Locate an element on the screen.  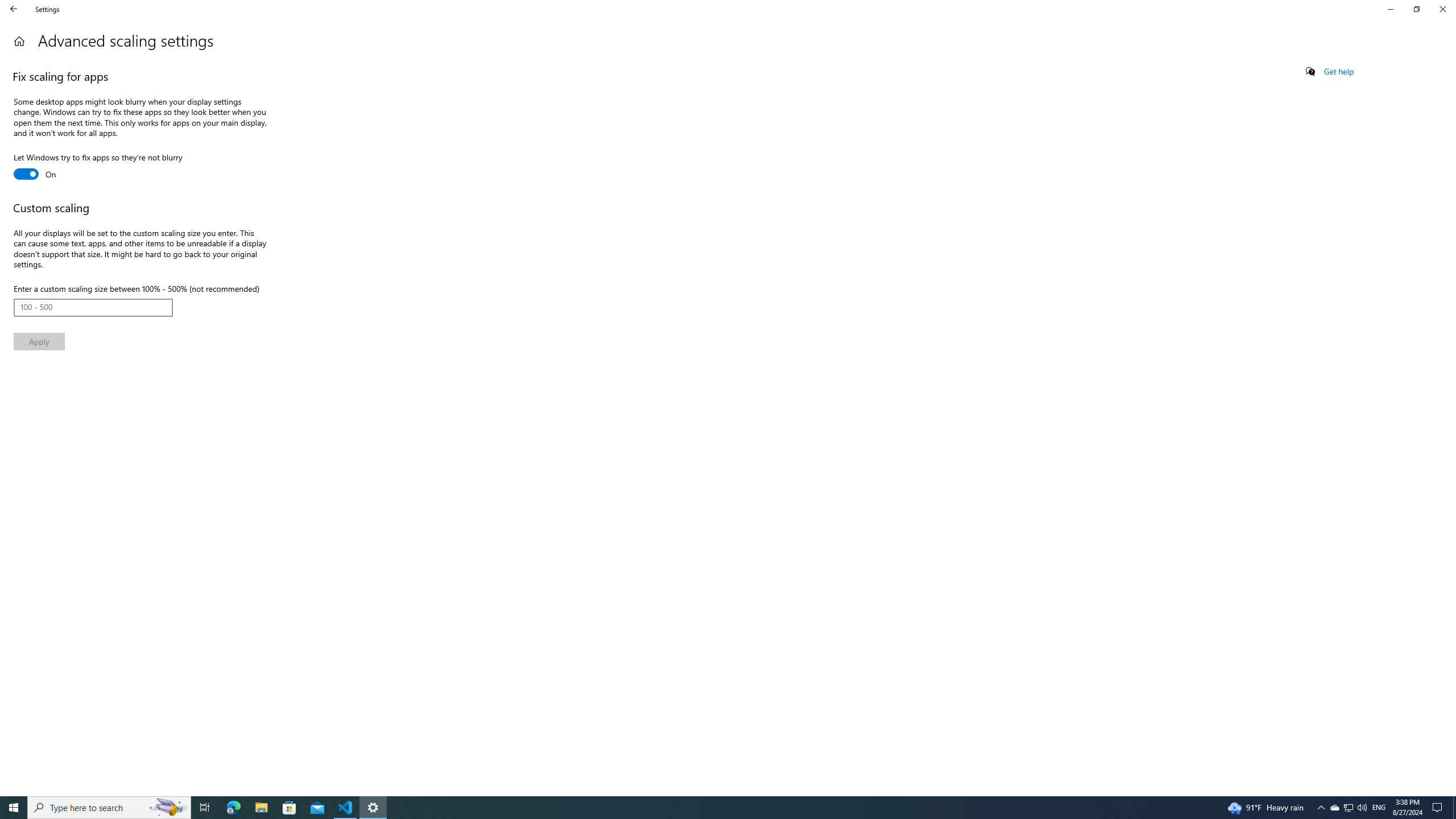
'Home' is located at coordinates (19, 41).